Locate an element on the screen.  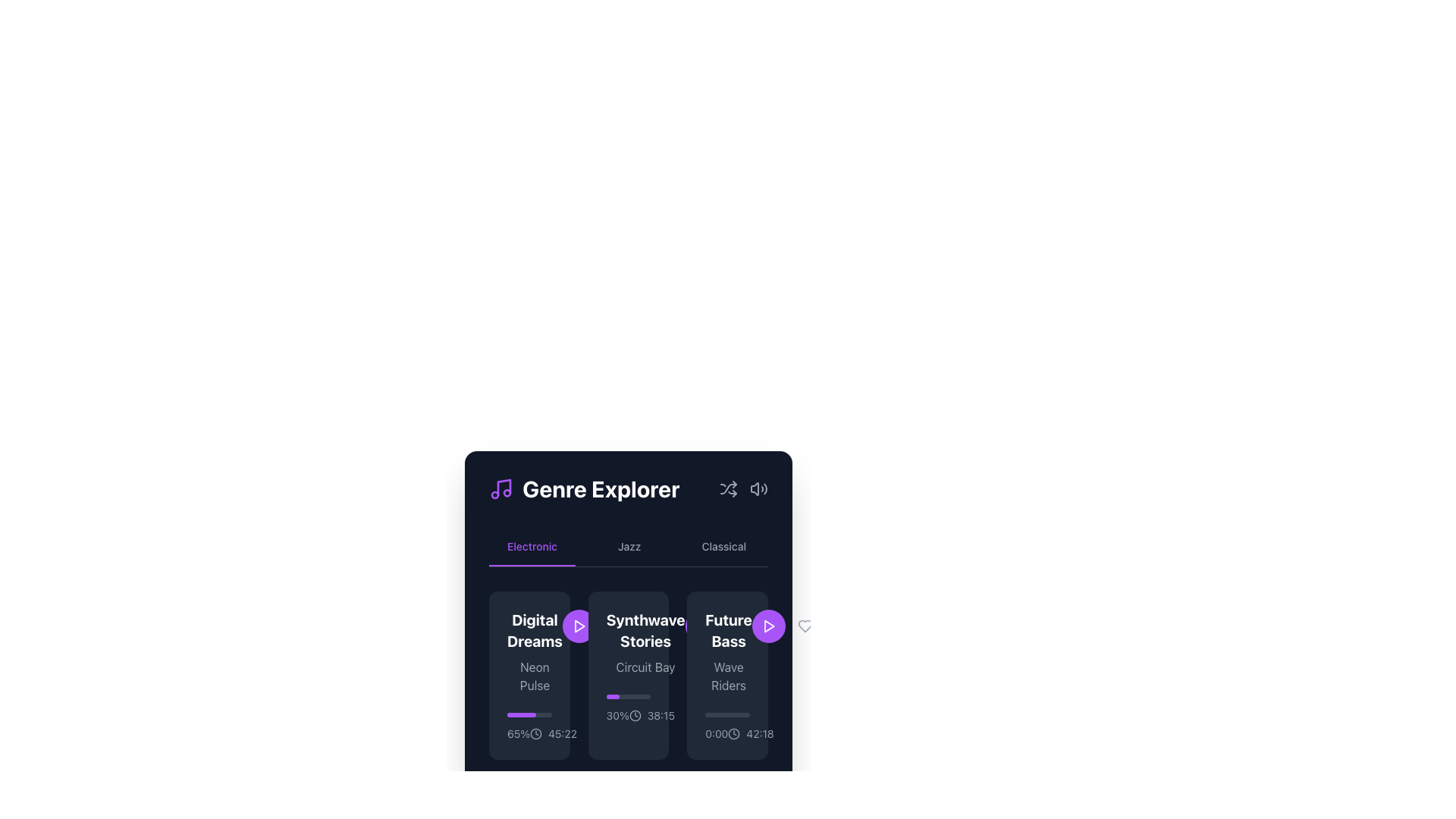
the title and subtitle display component located in the top-left section of the leftmost card under the 'Electronic' tab is located at coordinates (535, 651).